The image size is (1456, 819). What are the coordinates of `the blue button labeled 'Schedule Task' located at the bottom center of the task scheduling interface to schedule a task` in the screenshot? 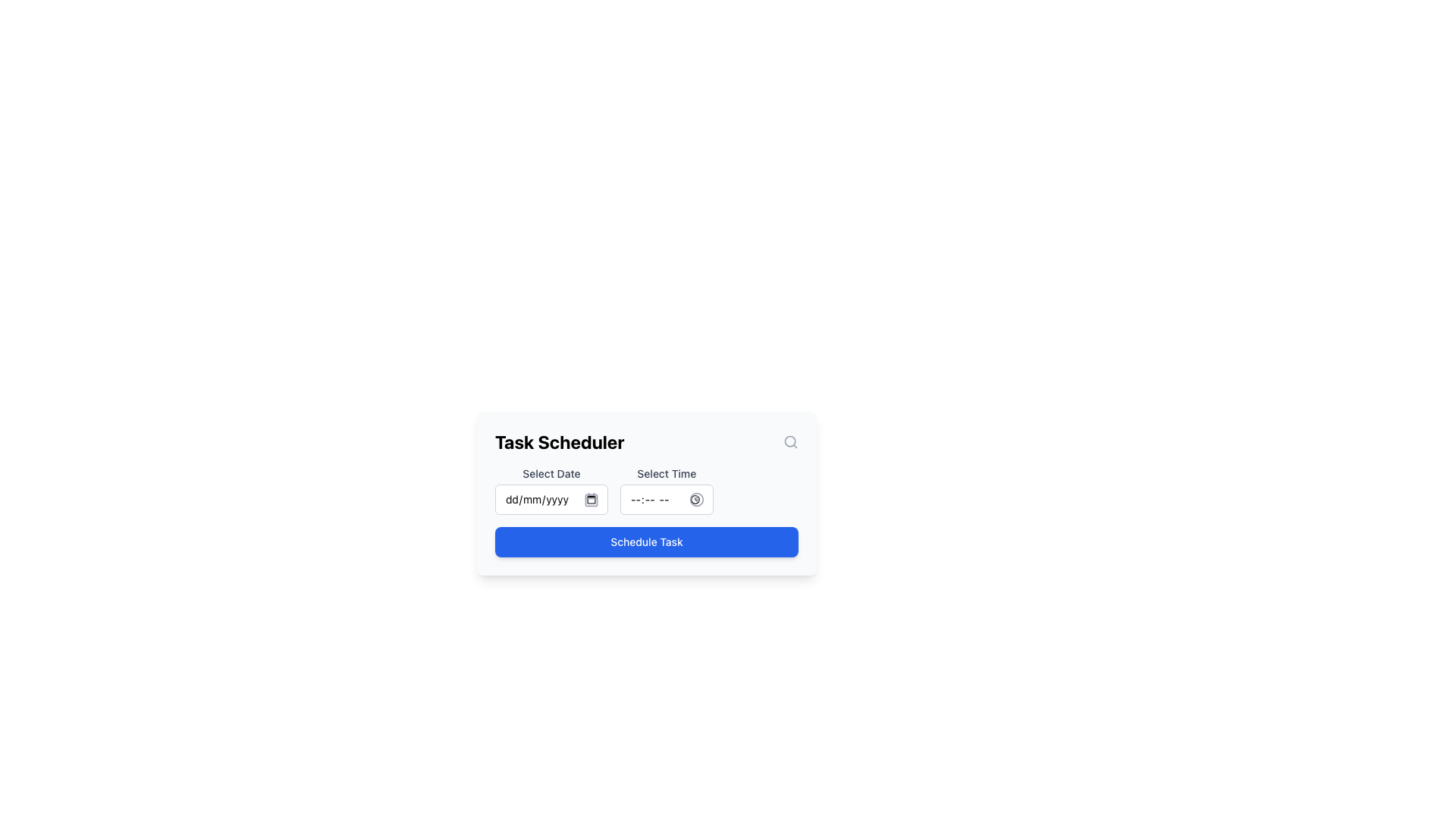 It's located at (647, 551).